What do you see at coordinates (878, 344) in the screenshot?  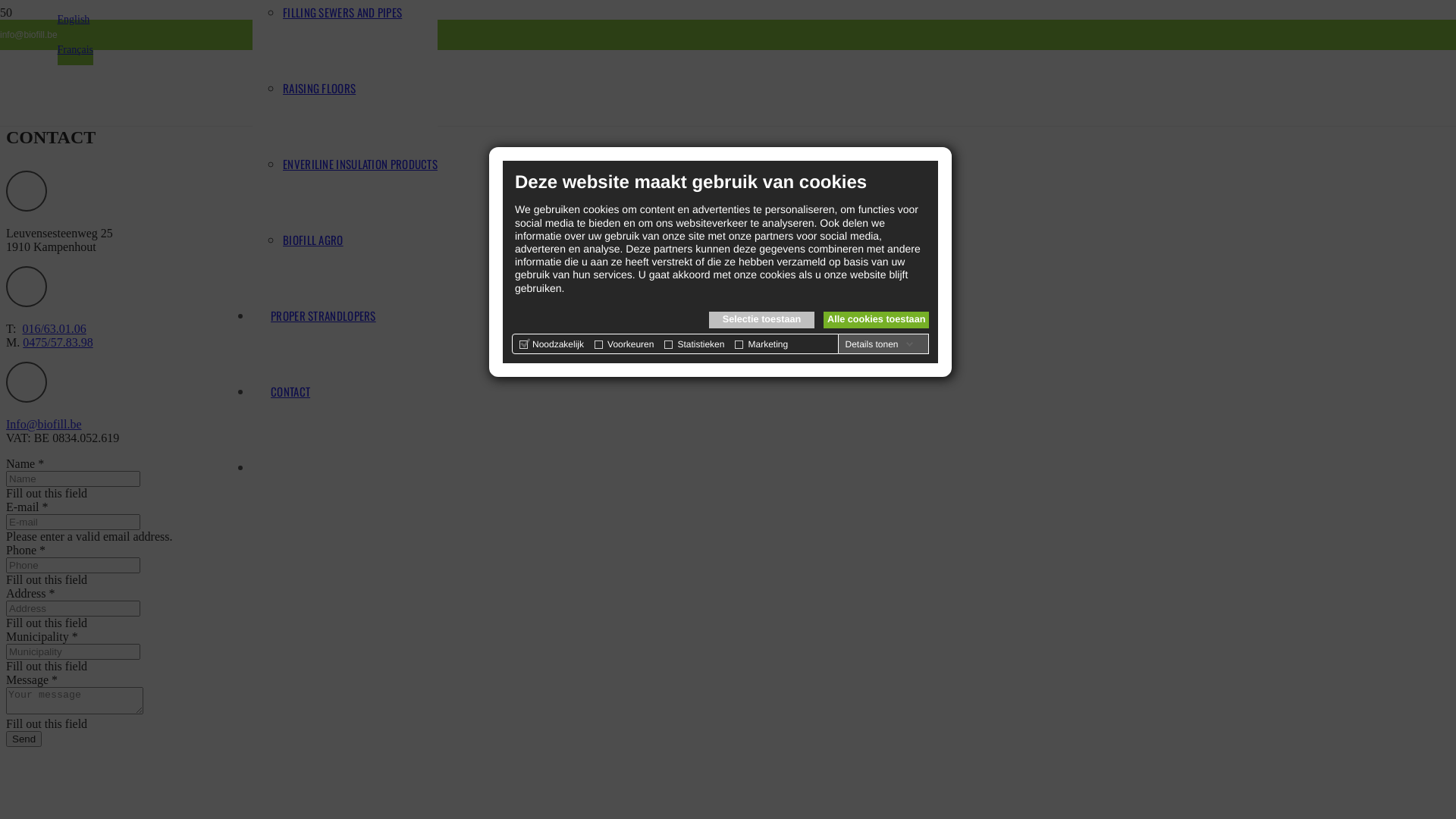 I see `'Details tonen'` at bounding box center [878, 344].